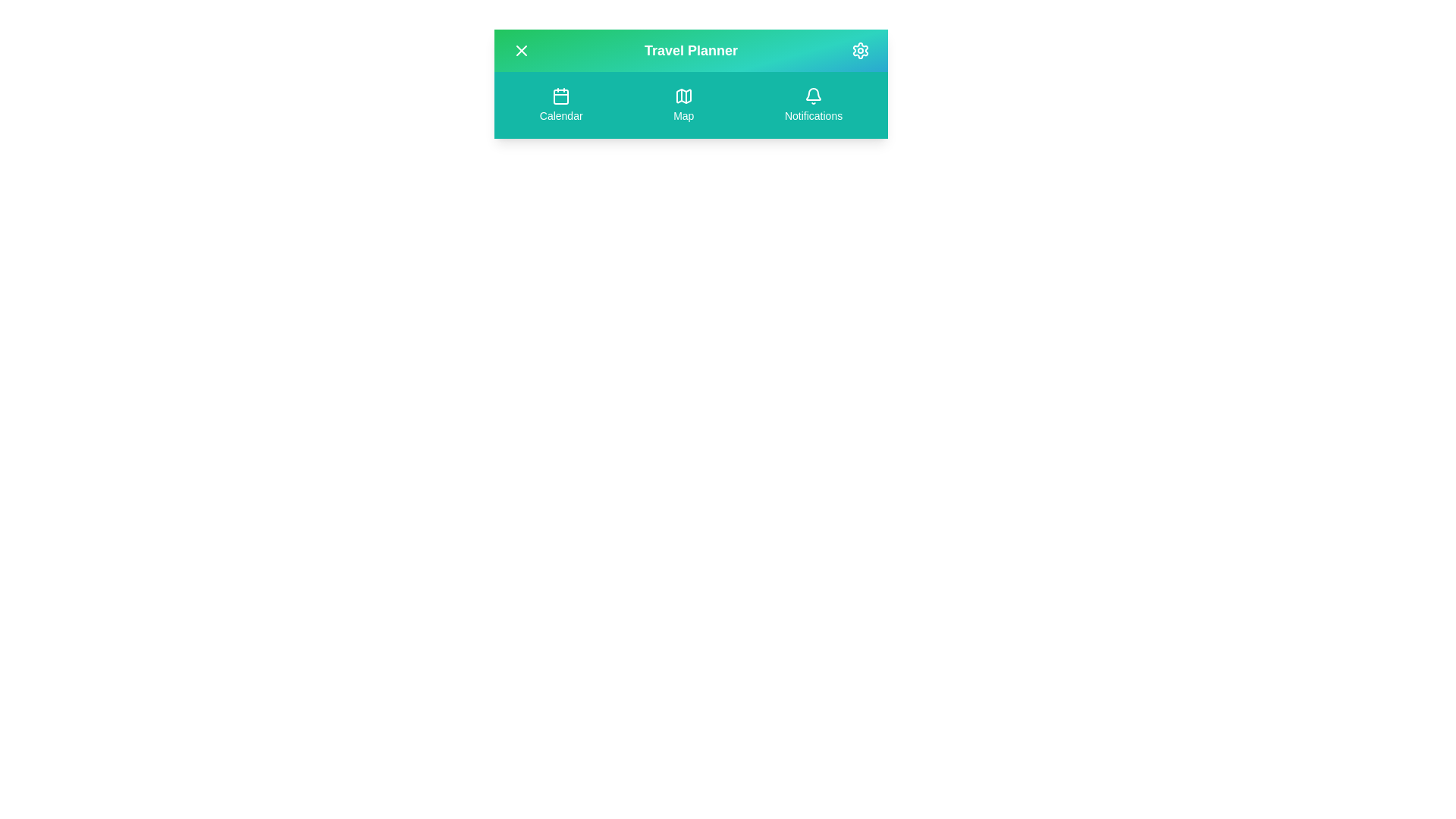  What do you see at coordinates (682, 104) in the screenshot?
I see `the Map navigation button` at bounding box center [682, 104].